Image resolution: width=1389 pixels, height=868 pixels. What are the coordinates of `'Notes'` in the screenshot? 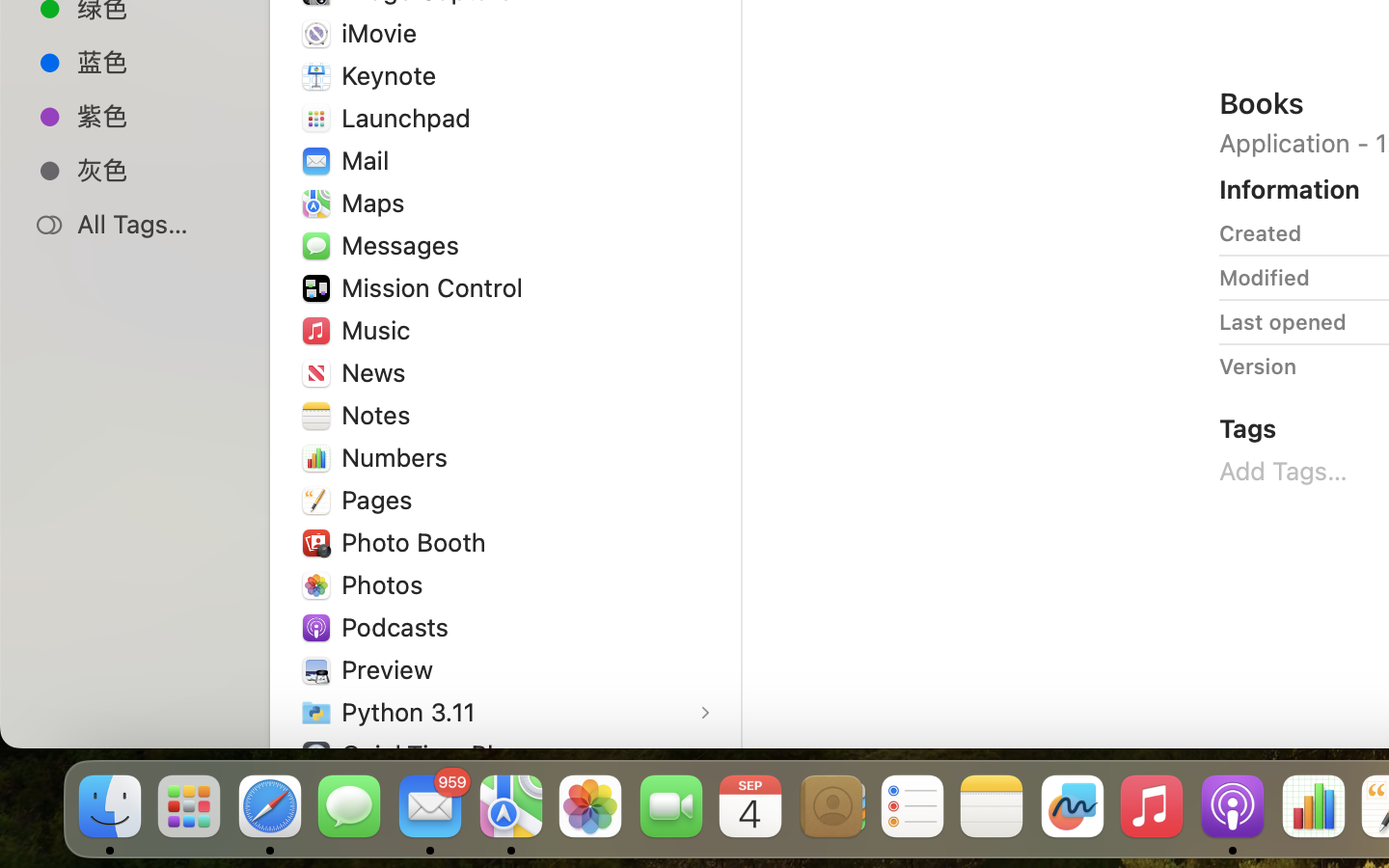 It's located at (378, 415).